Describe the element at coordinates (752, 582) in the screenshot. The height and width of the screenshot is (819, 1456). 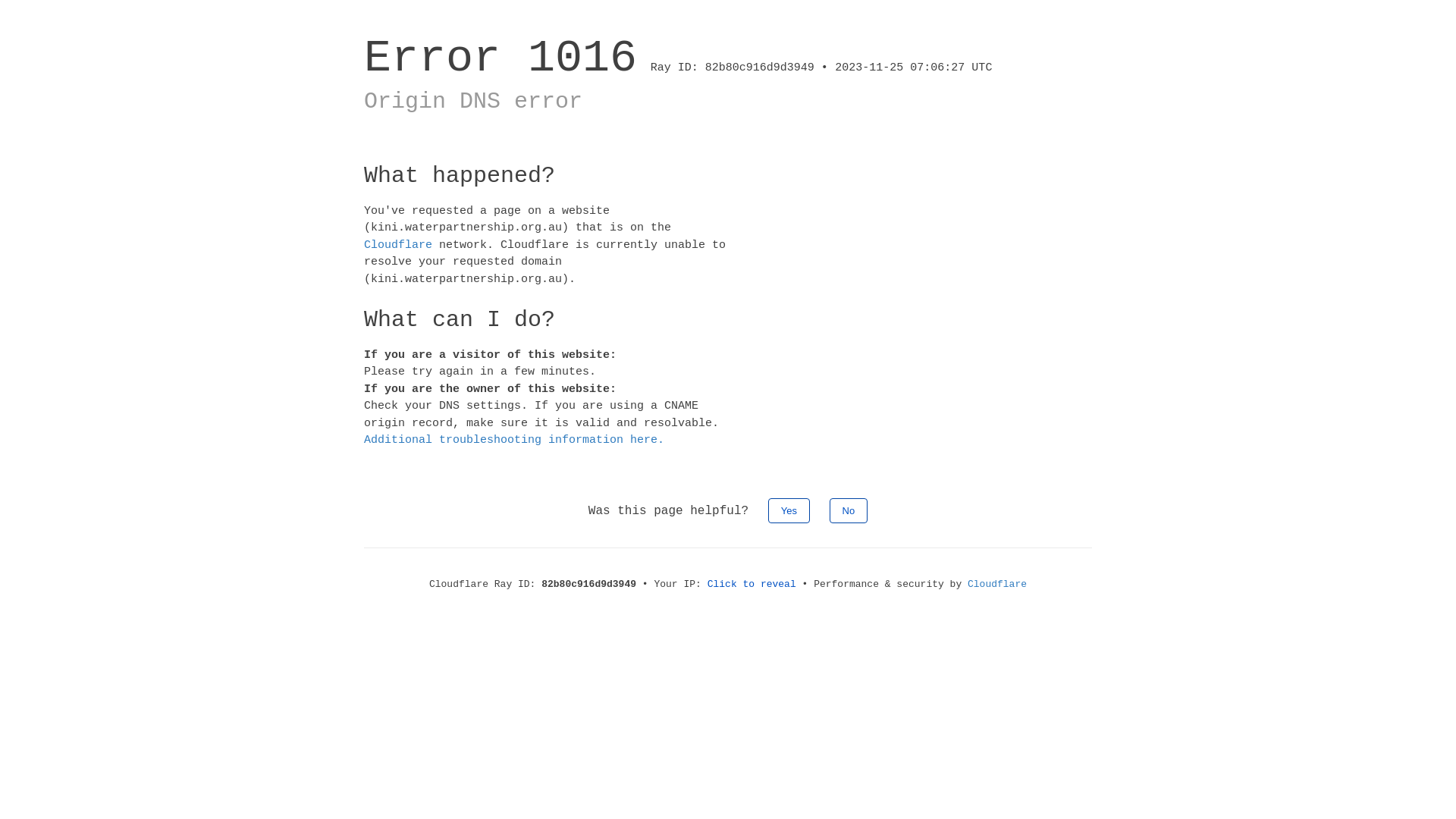
I see `'Click to reveal'` at that location.